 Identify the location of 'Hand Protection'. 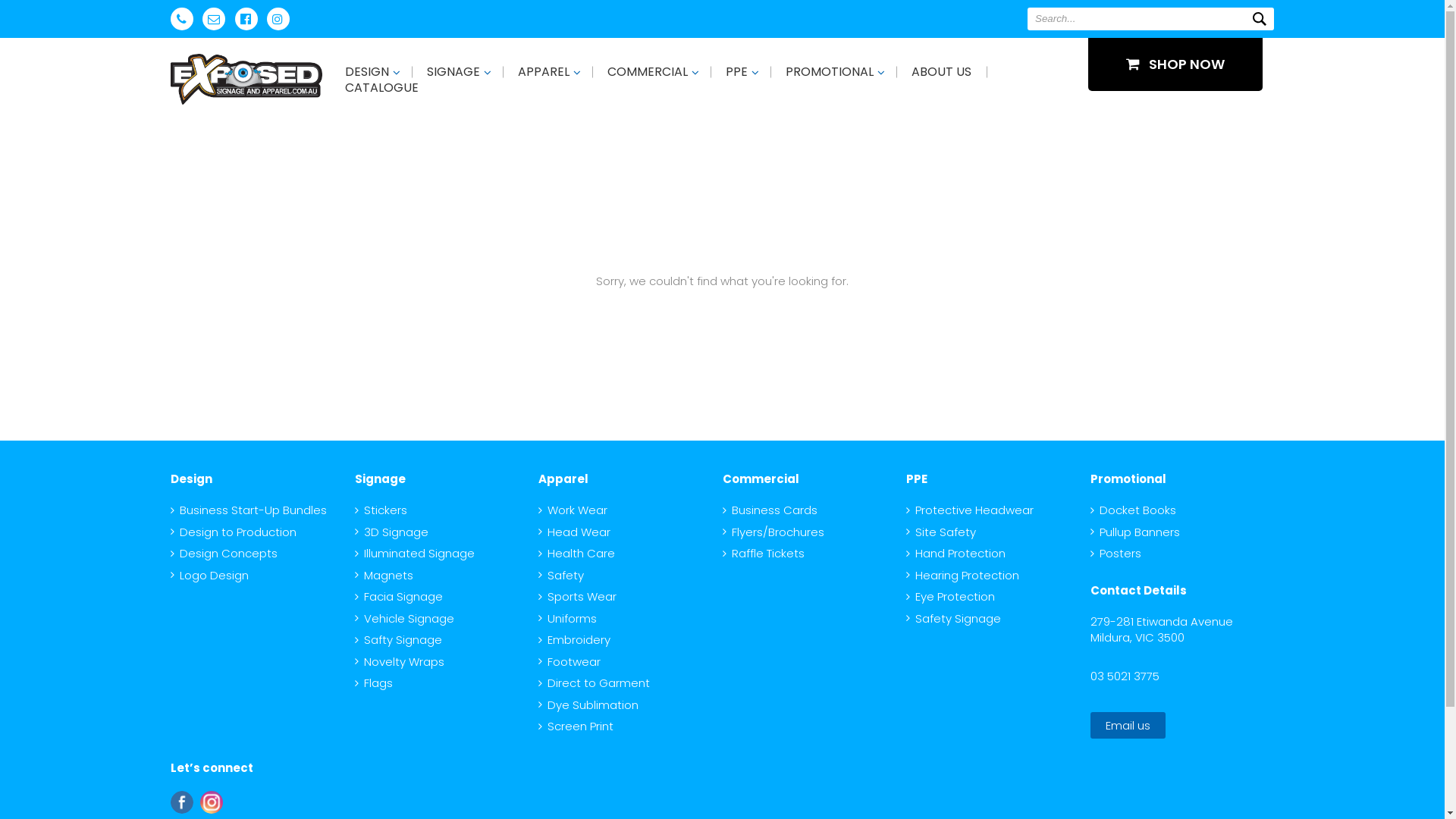
(955, 553).